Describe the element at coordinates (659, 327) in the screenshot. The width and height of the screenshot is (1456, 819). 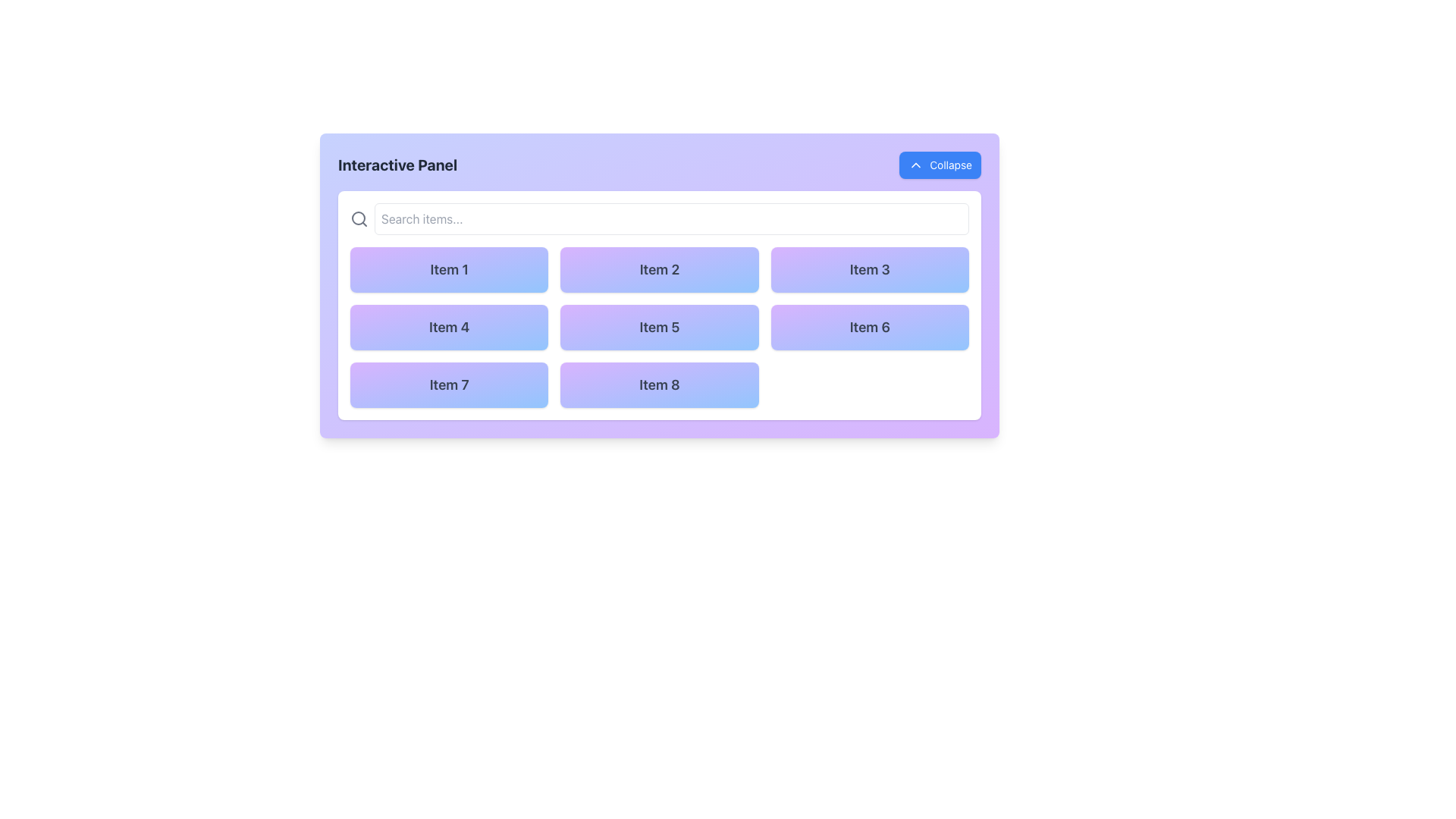
I see `the Card item labeled 'Item 5', which is a rectangular component with a gradient background and rounded corners, located in the second row and middle column of the grid layout` at that location.